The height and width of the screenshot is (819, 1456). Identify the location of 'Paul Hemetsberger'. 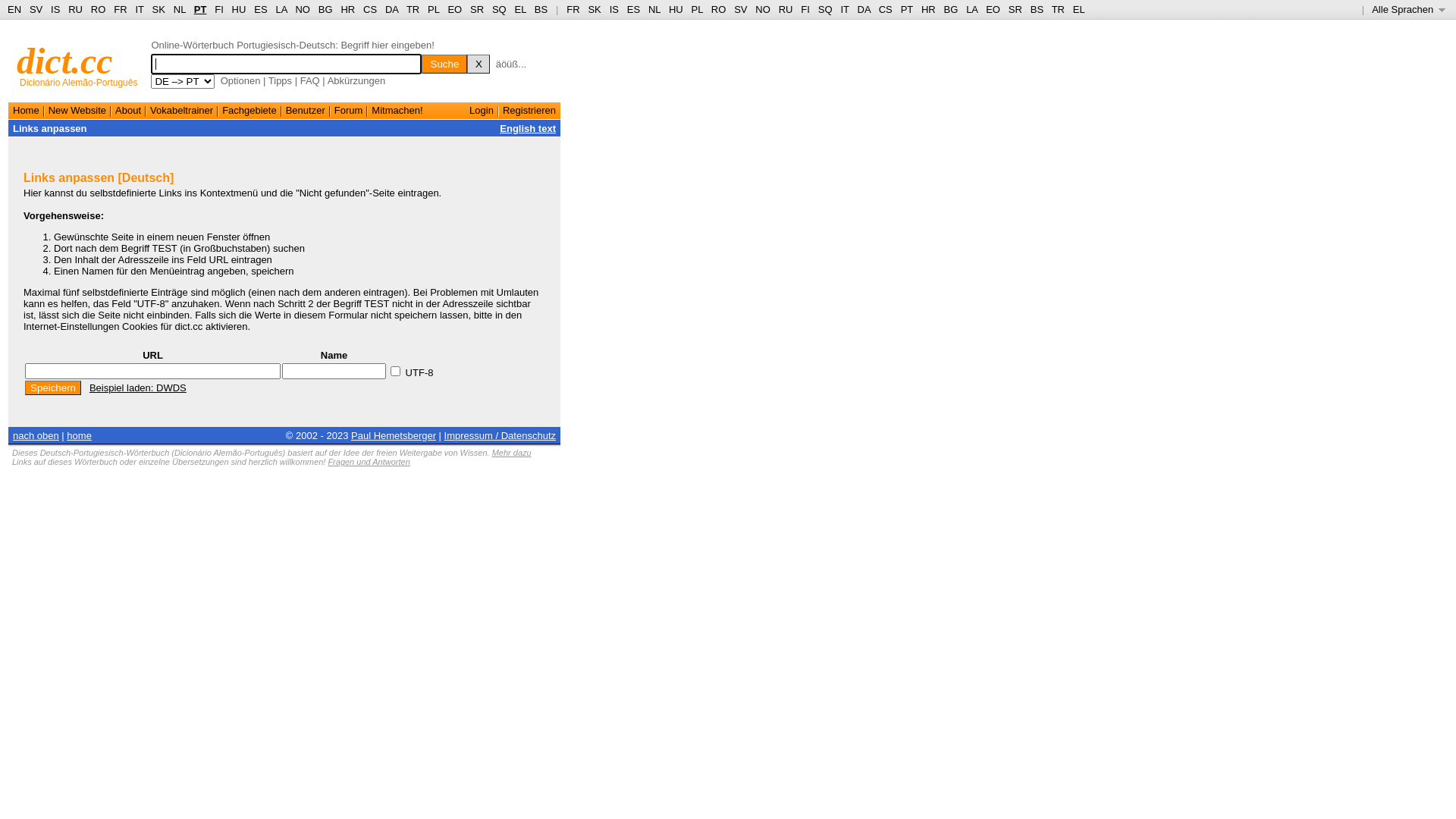
(393, 435).